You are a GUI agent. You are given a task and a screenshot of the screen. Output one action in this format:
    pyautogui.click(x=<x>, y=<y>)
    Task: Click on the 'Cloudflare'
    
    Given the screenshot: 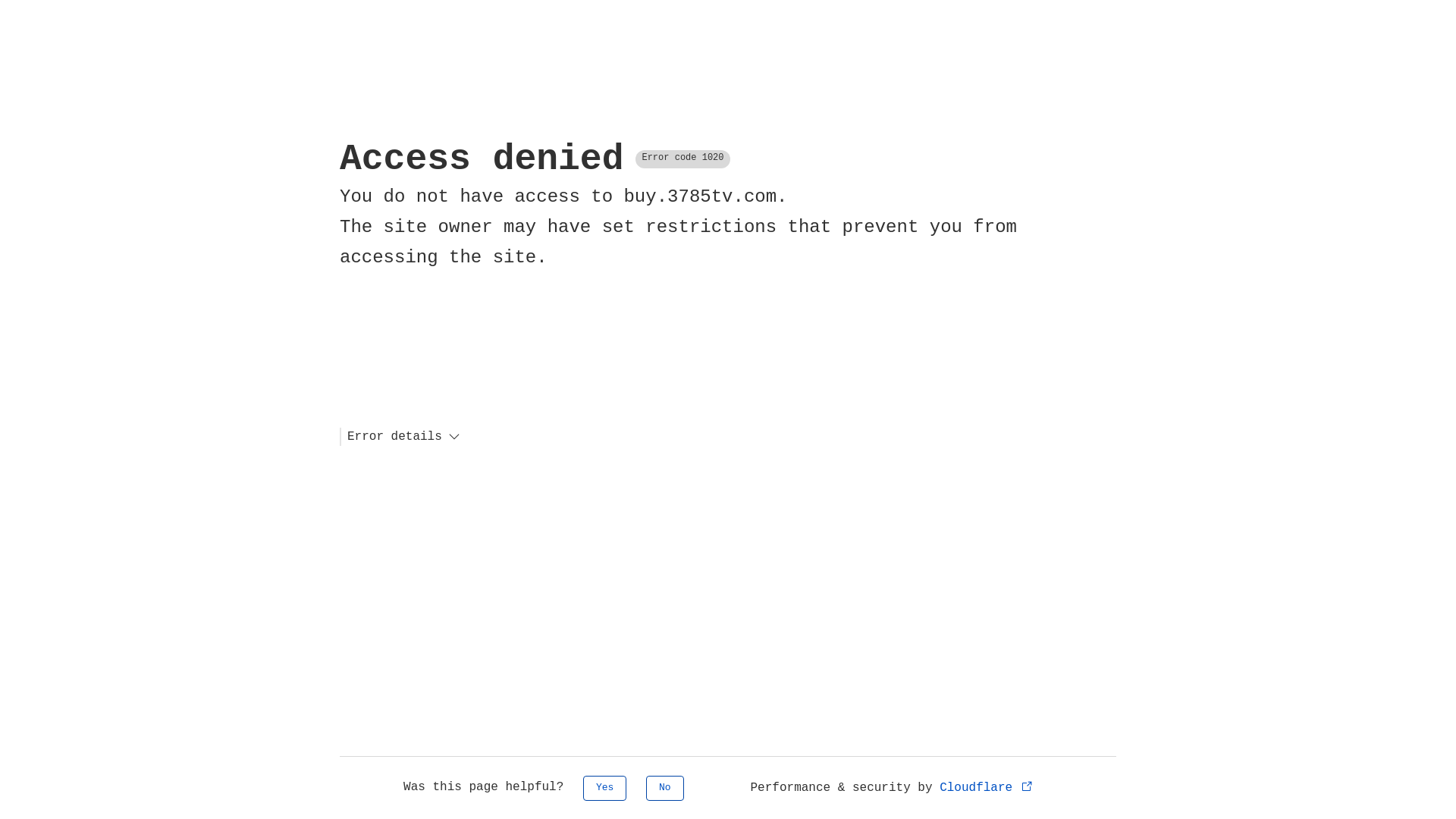 What is the action you would take?
    pyautogui.click(x=987, y=786)
    